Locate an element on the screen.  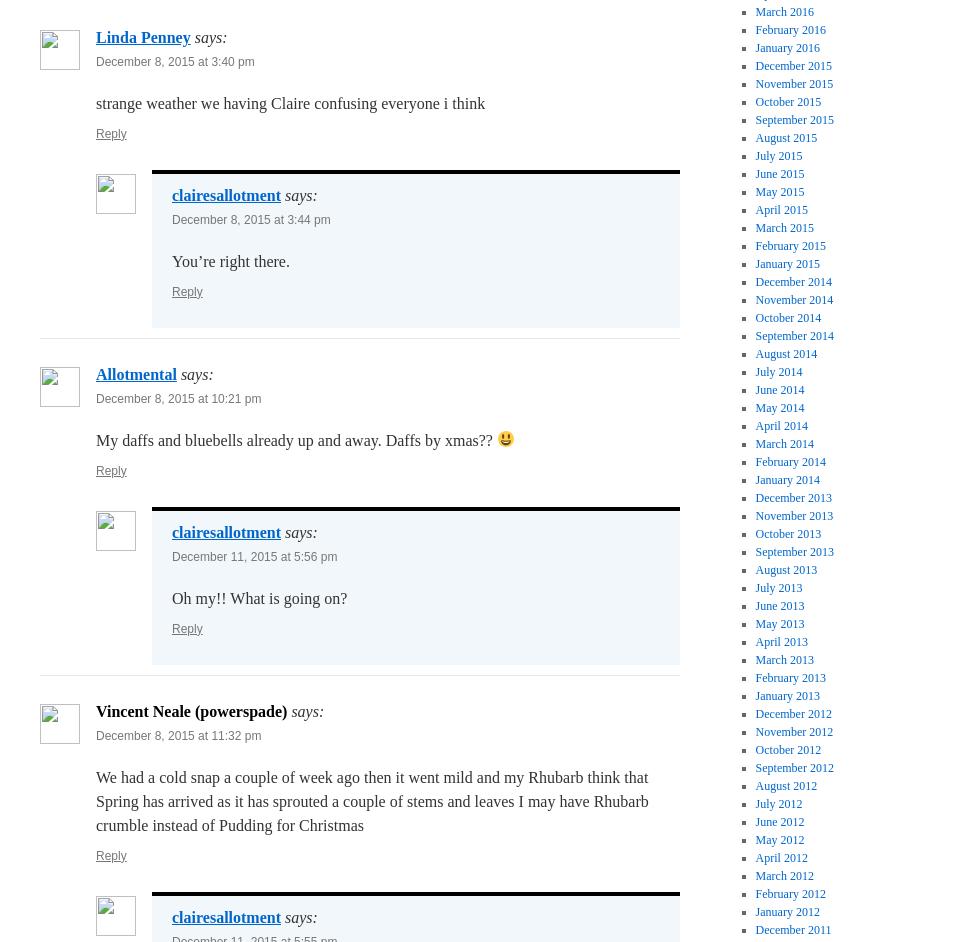
'March 2014' is located at coordinates (784, 442).